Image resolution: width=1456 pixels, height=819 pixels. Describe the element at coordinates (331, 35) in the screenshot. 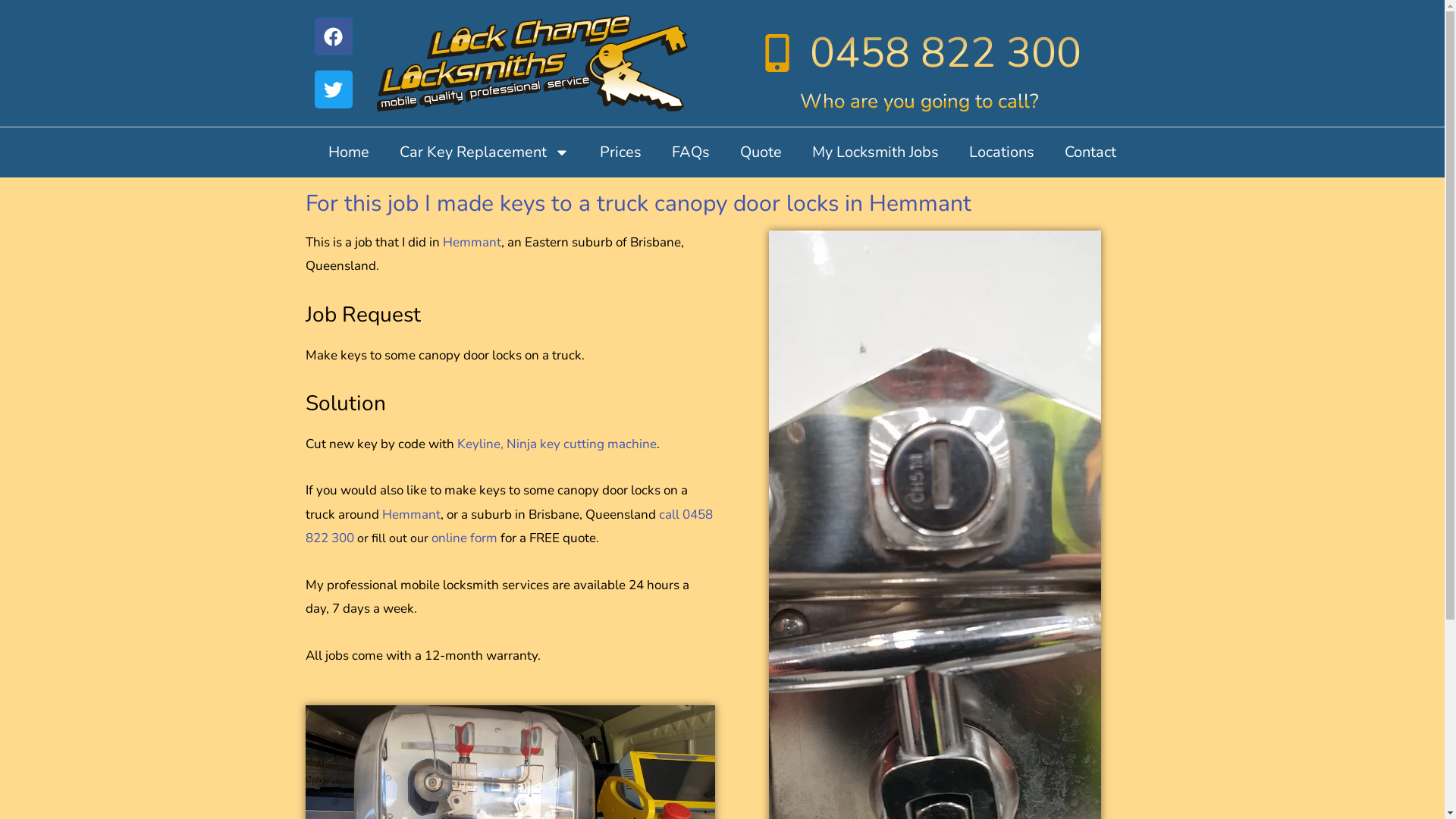

I see `'Facebook'` at that location.